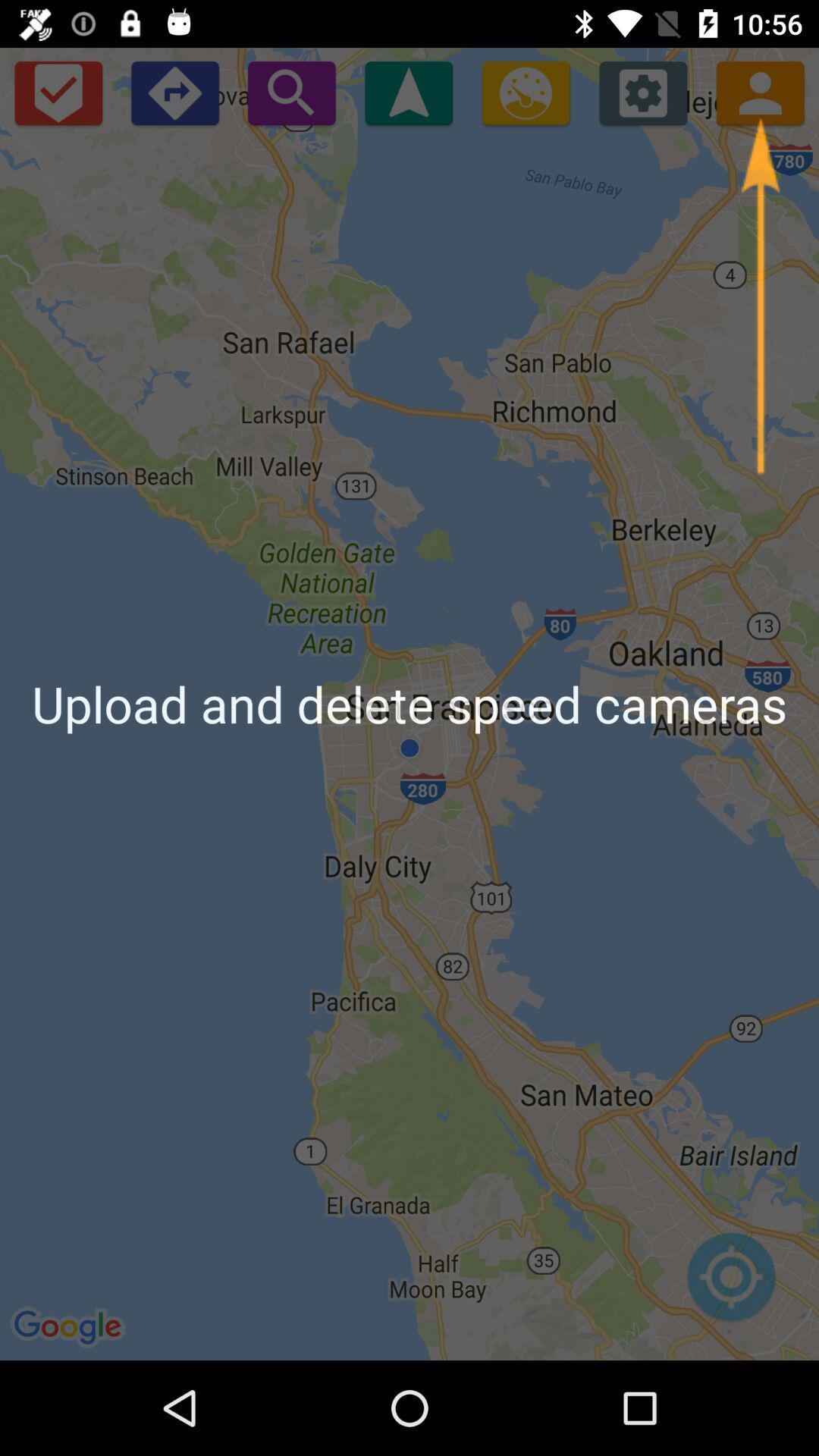 This screenshot has height=1456, width=819. Describe the element at coordinates (730, 1284) in the screenshot. I see `blue colour location icon at bottom` at that location.